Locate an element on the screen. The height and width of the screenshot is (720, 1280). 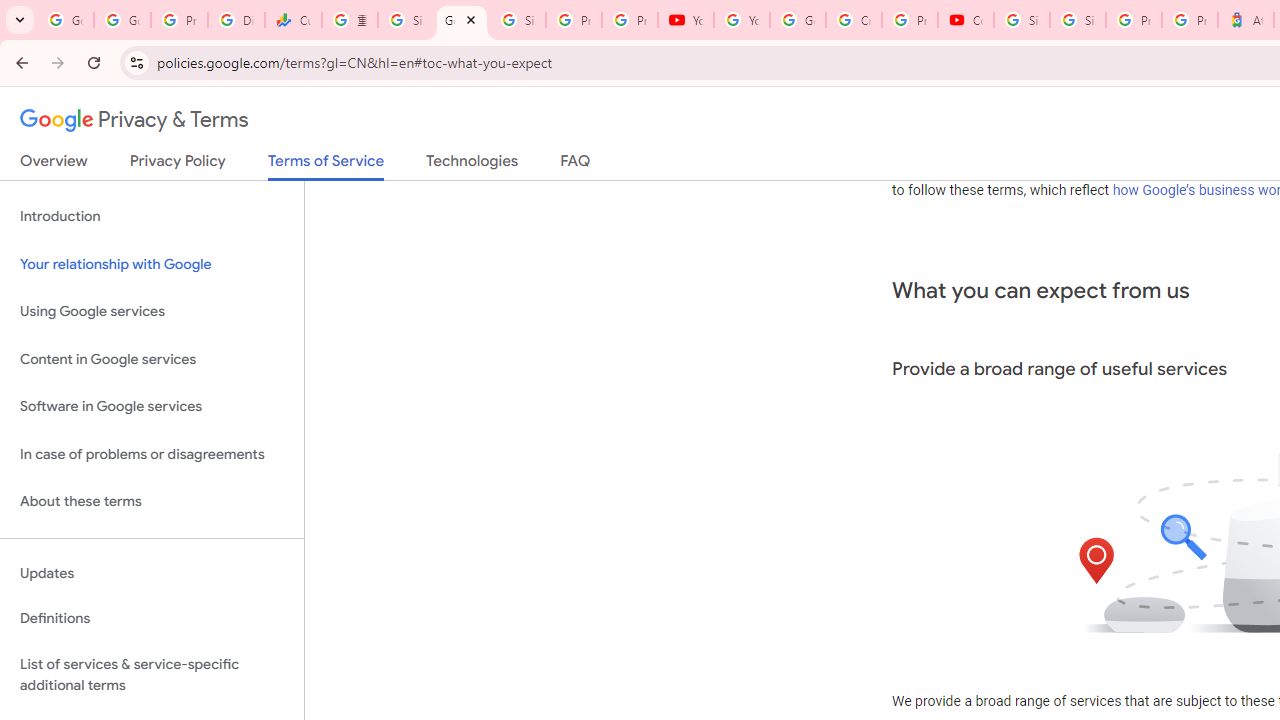
'Updates' is located at coordinates (151, 573).